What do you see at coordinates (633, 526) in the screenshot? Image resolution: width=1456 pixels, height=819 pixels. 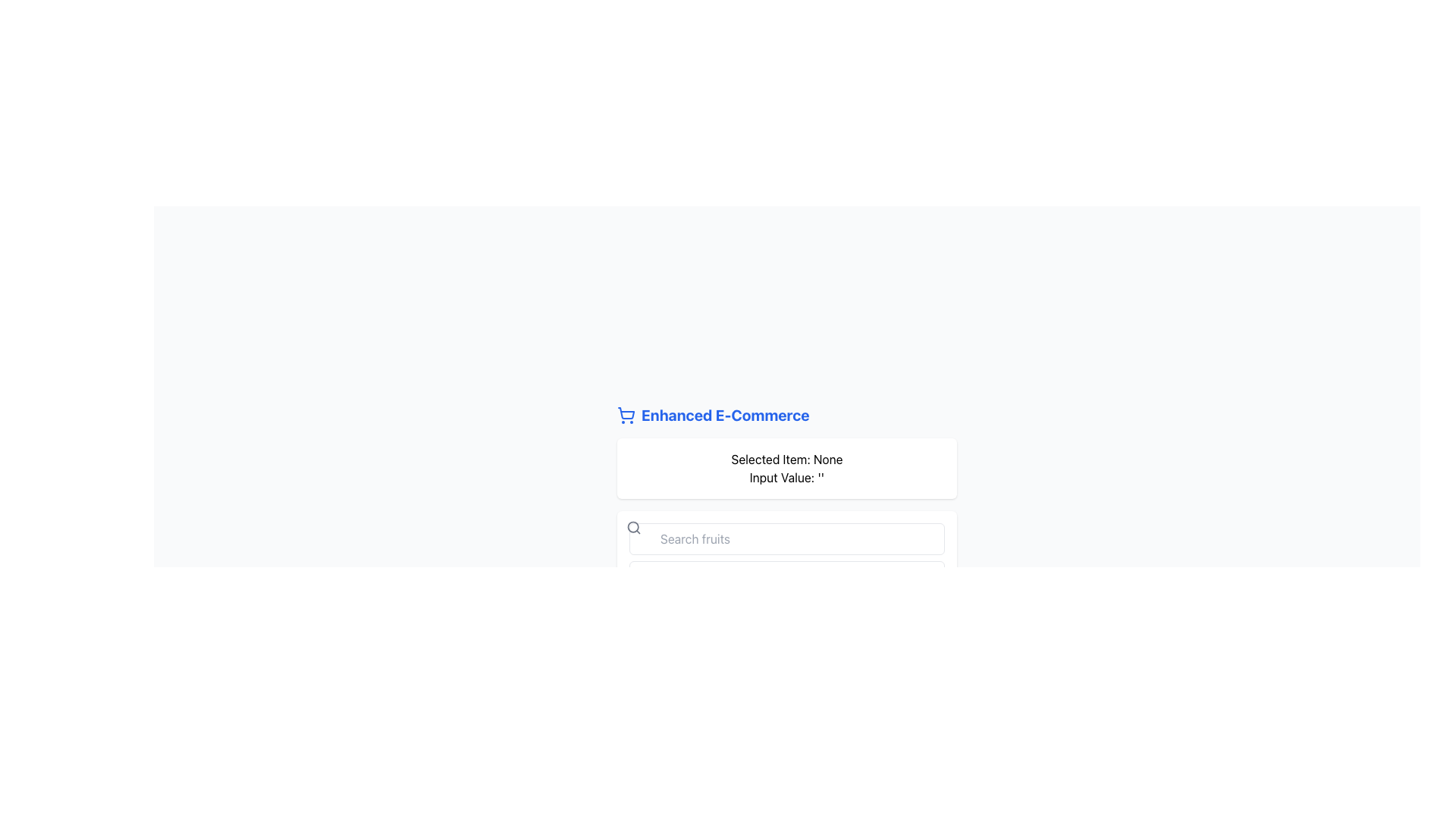 I see `the search input field by clicking on the search icon` at bounding box center [633, 526].